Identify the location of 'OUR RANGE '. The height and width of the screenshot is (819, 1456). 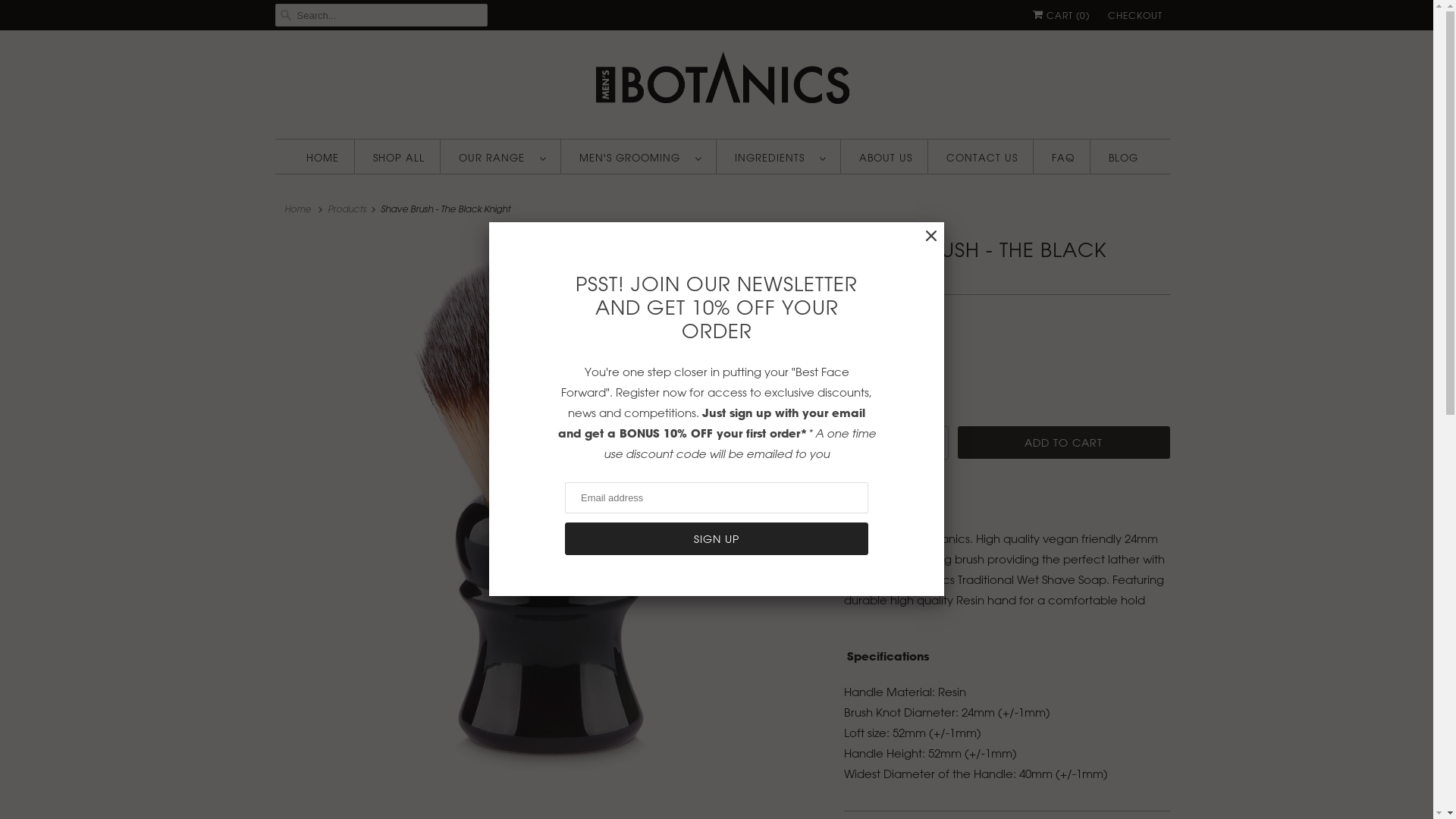
(457, 157).